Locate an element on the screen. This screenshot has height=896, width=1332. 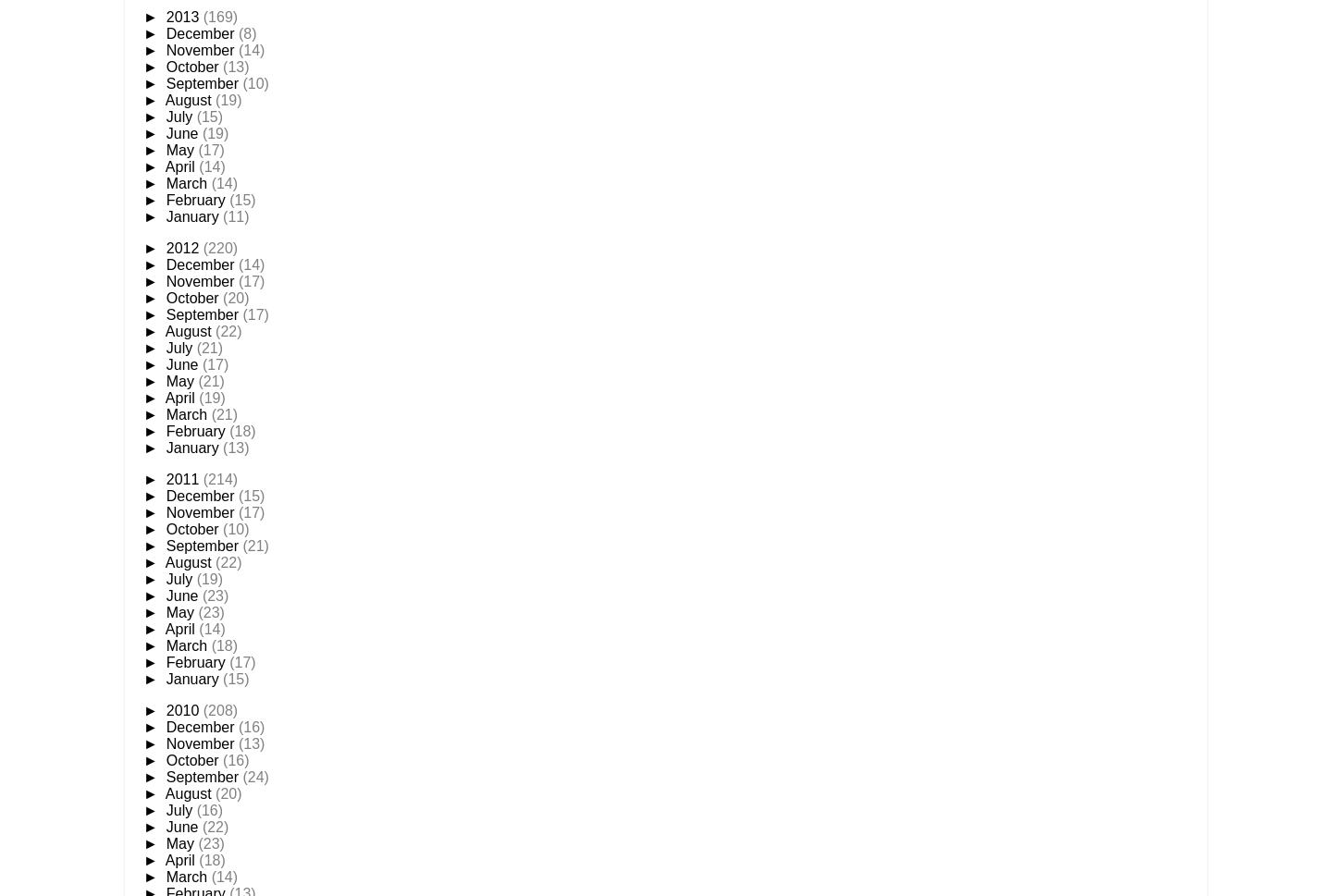
'(24)' is located at coordinates (254, 776).